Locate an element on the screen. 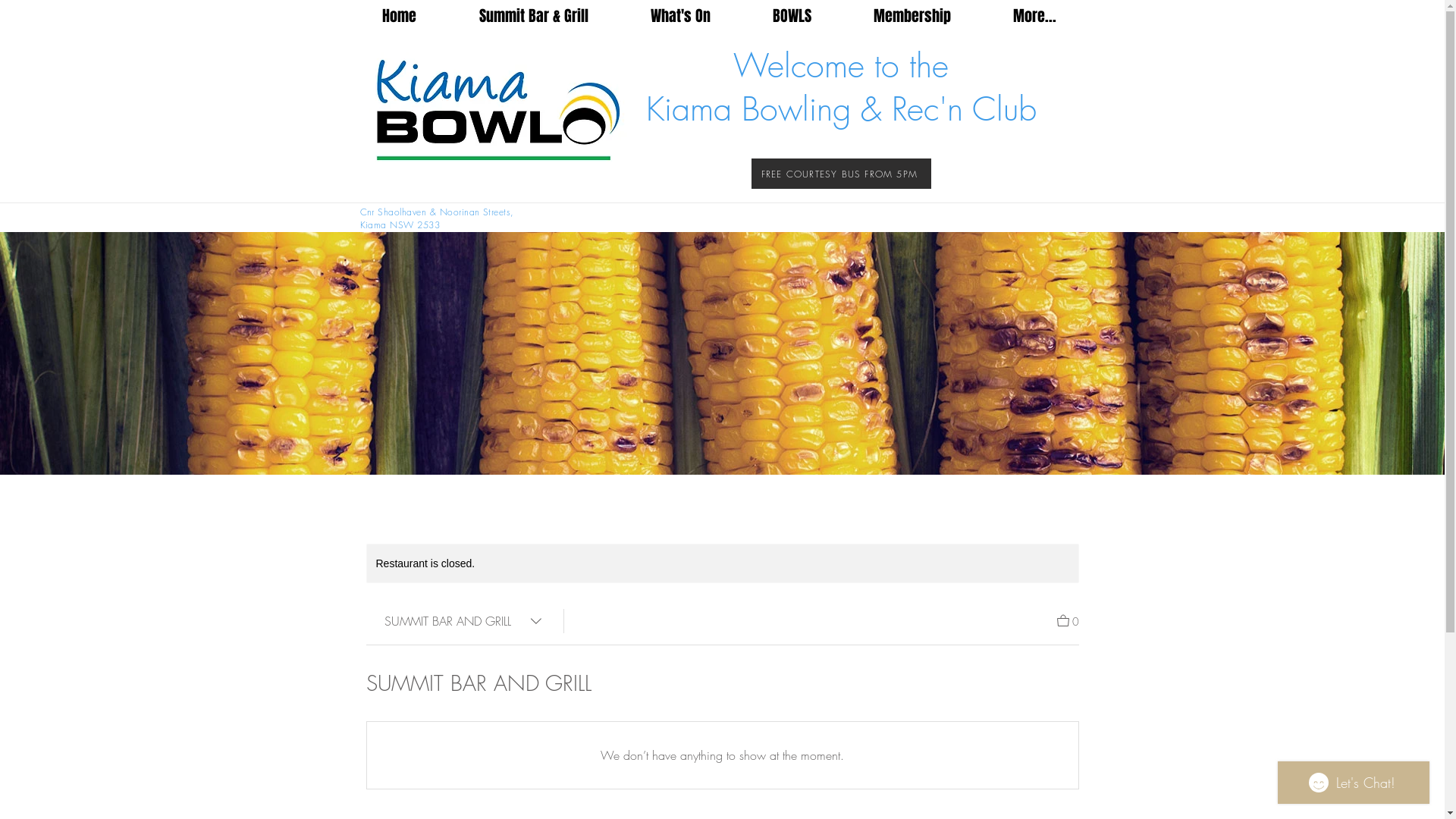 The width and height of the screenshot is (1456, 819). 'Membership' is located at coordinates (910, 16).